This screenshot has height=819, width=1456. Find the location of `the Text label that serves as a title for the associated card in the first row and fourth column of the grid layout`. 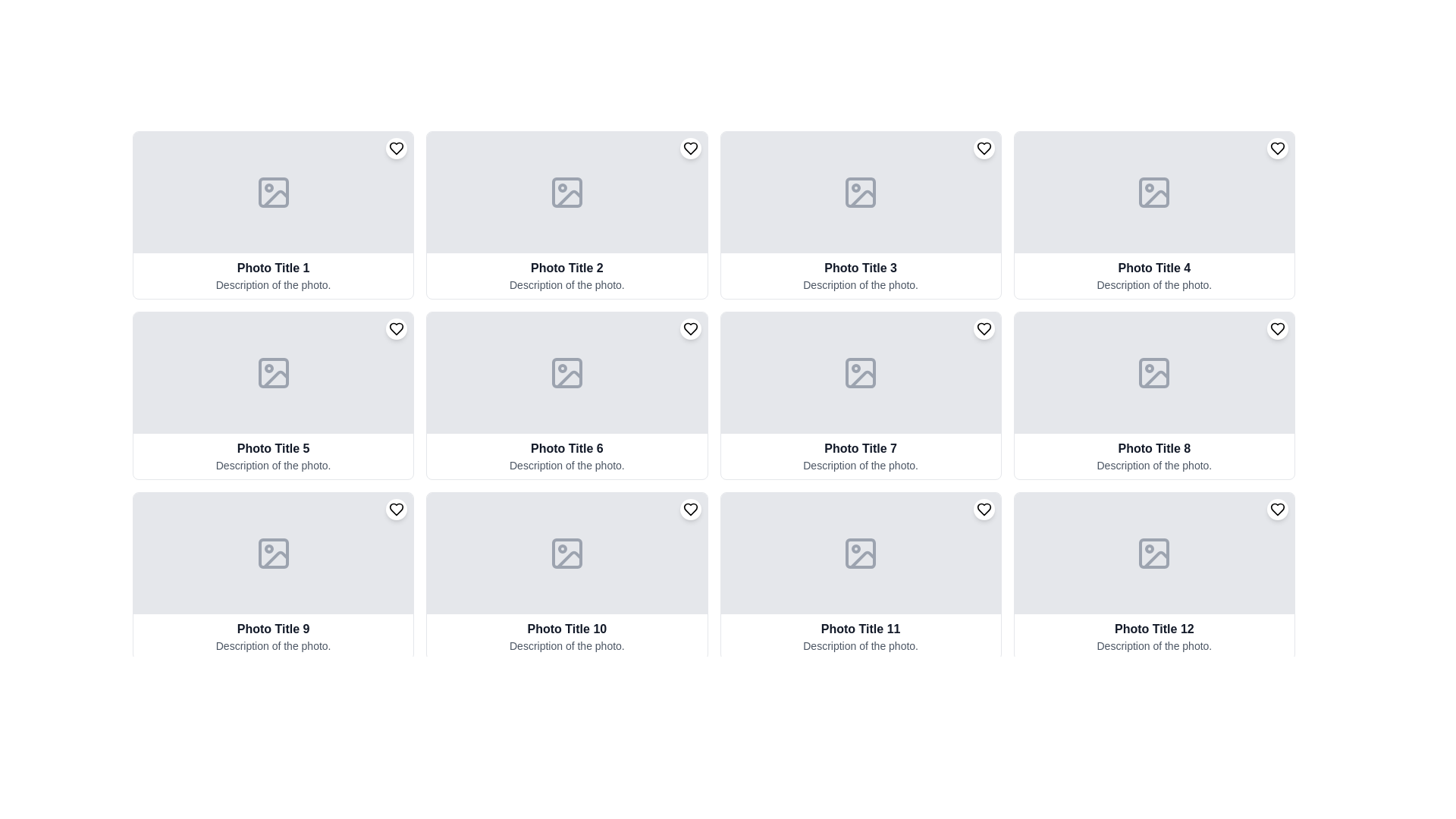

the Text label that serves as a title for the associated card in the first row and fourth column of the grid layout is located at coordinates (1153, 268).